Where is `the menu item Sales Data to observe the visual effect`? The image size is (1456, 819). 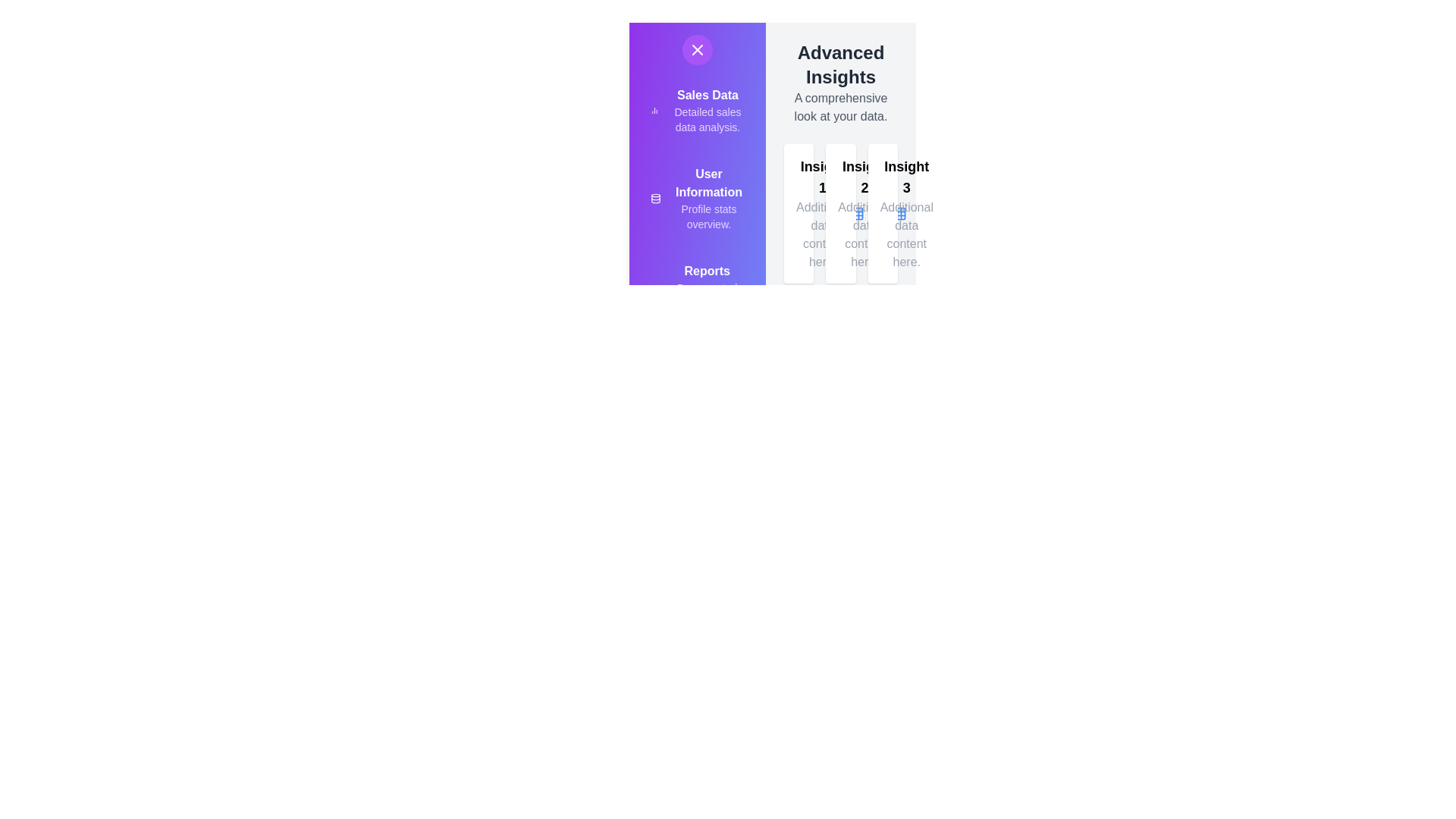
the menu item Sales Data to observe the visual effect is located at coordinates (644, 113).